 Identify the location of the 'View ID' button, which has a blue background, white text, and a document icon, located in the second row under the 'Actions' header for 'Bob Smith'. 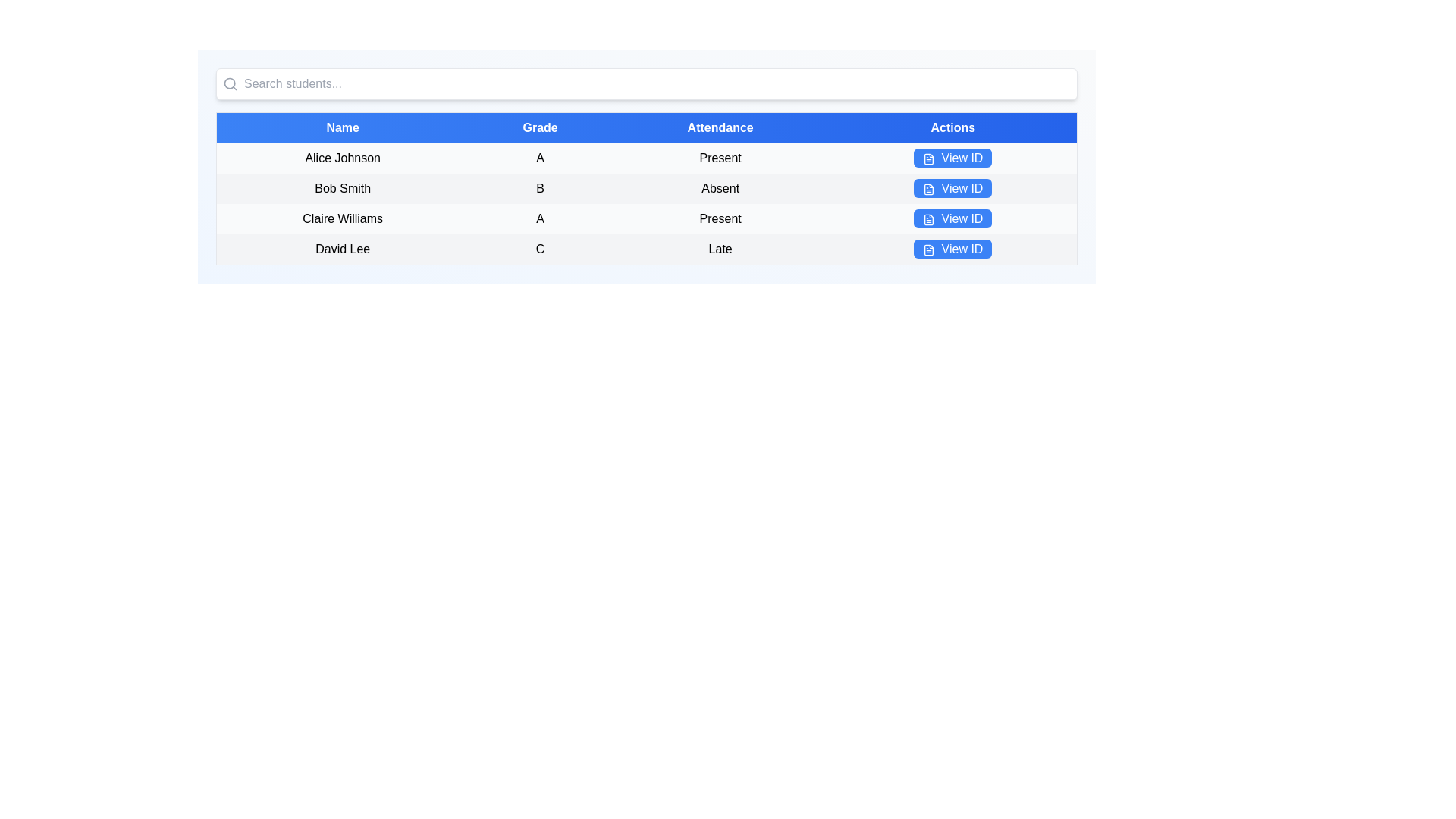
(952, 187).